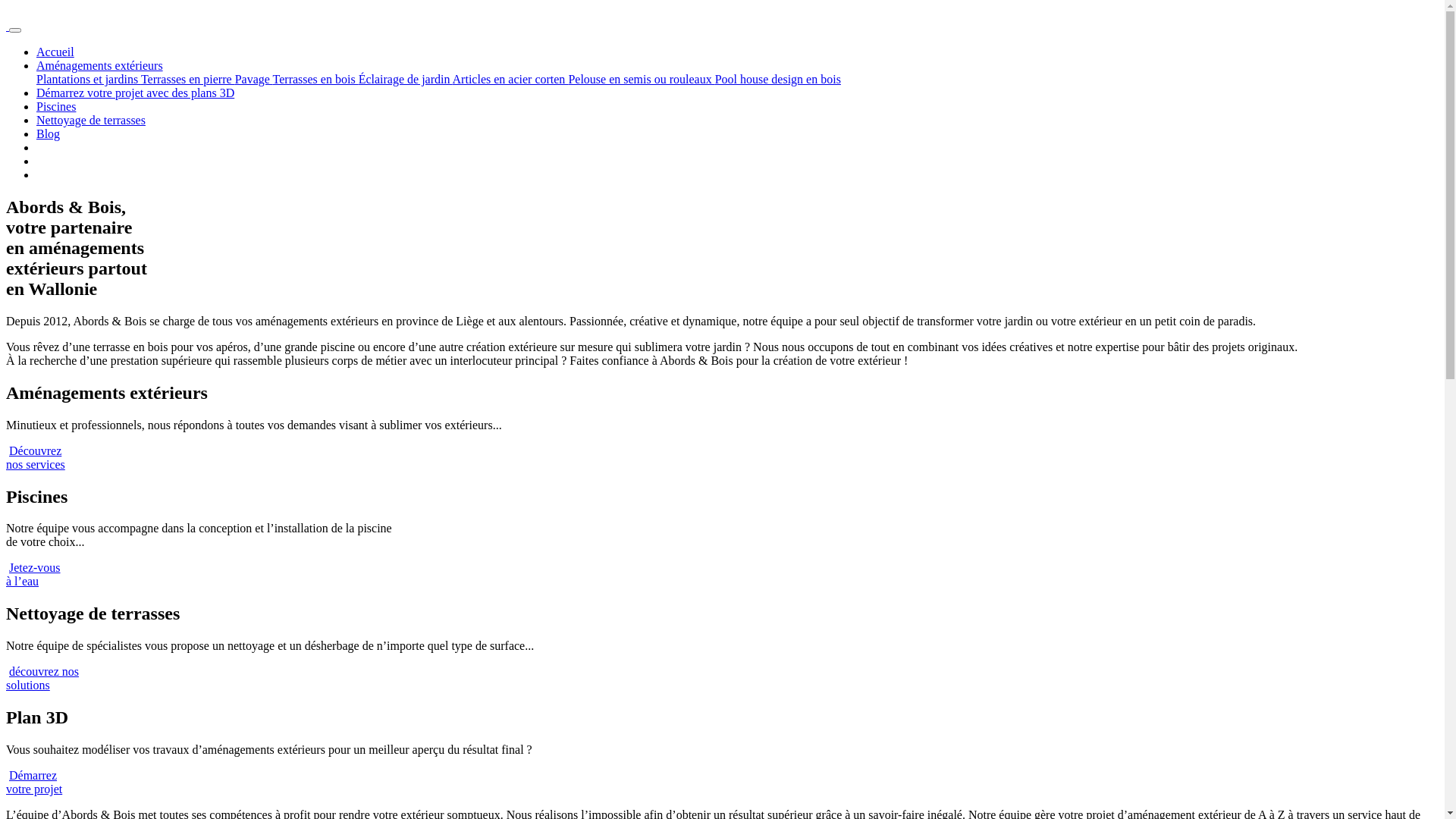  What do you see at coordinates (36, 119) in the screenshot?
I see `'Nettoyage de terrasses'` at bounding box center [36, 119].